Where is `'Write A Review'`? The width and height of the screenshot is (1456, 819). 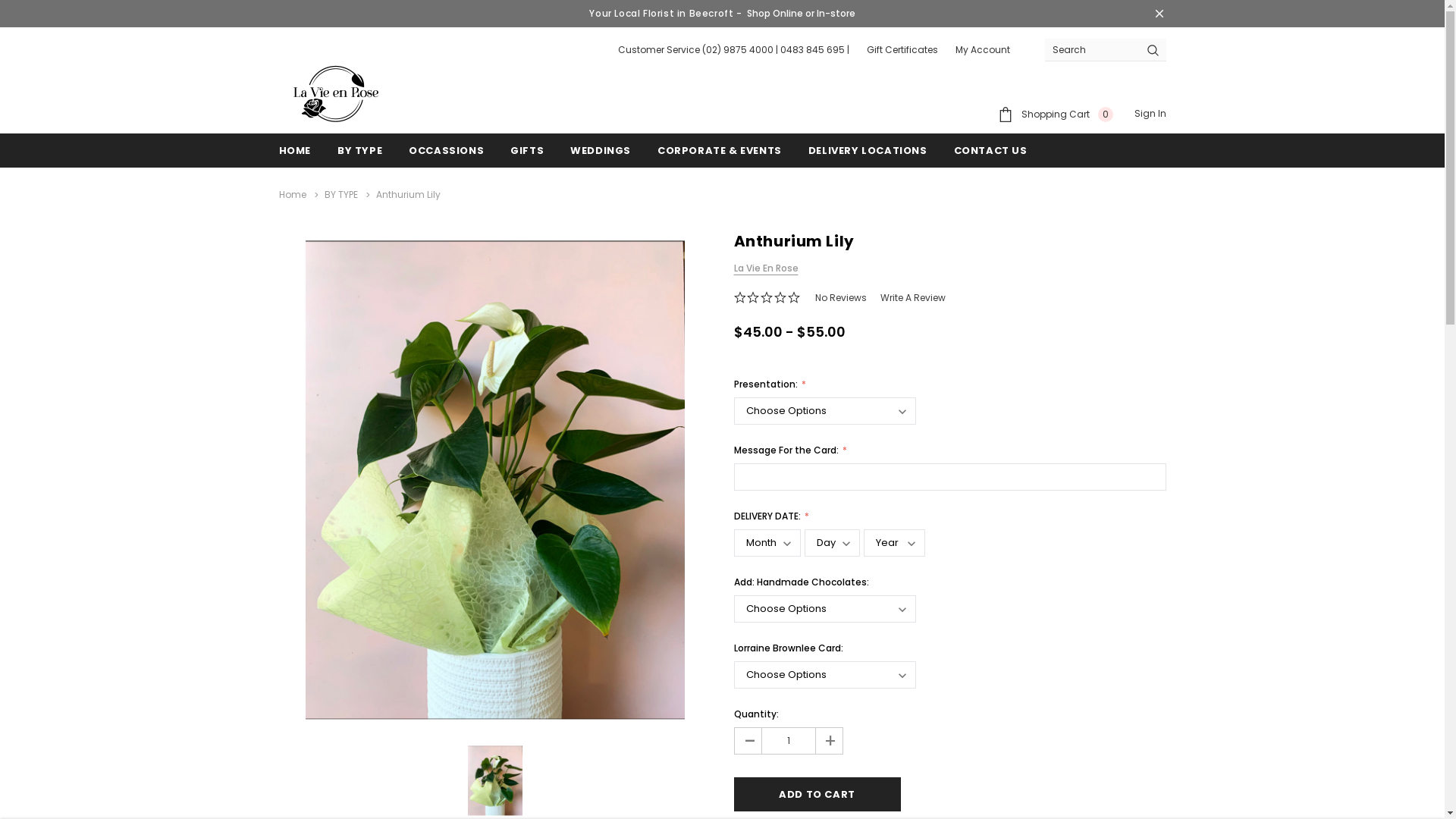 'Write A Review' is located at coordinates (912, 297).